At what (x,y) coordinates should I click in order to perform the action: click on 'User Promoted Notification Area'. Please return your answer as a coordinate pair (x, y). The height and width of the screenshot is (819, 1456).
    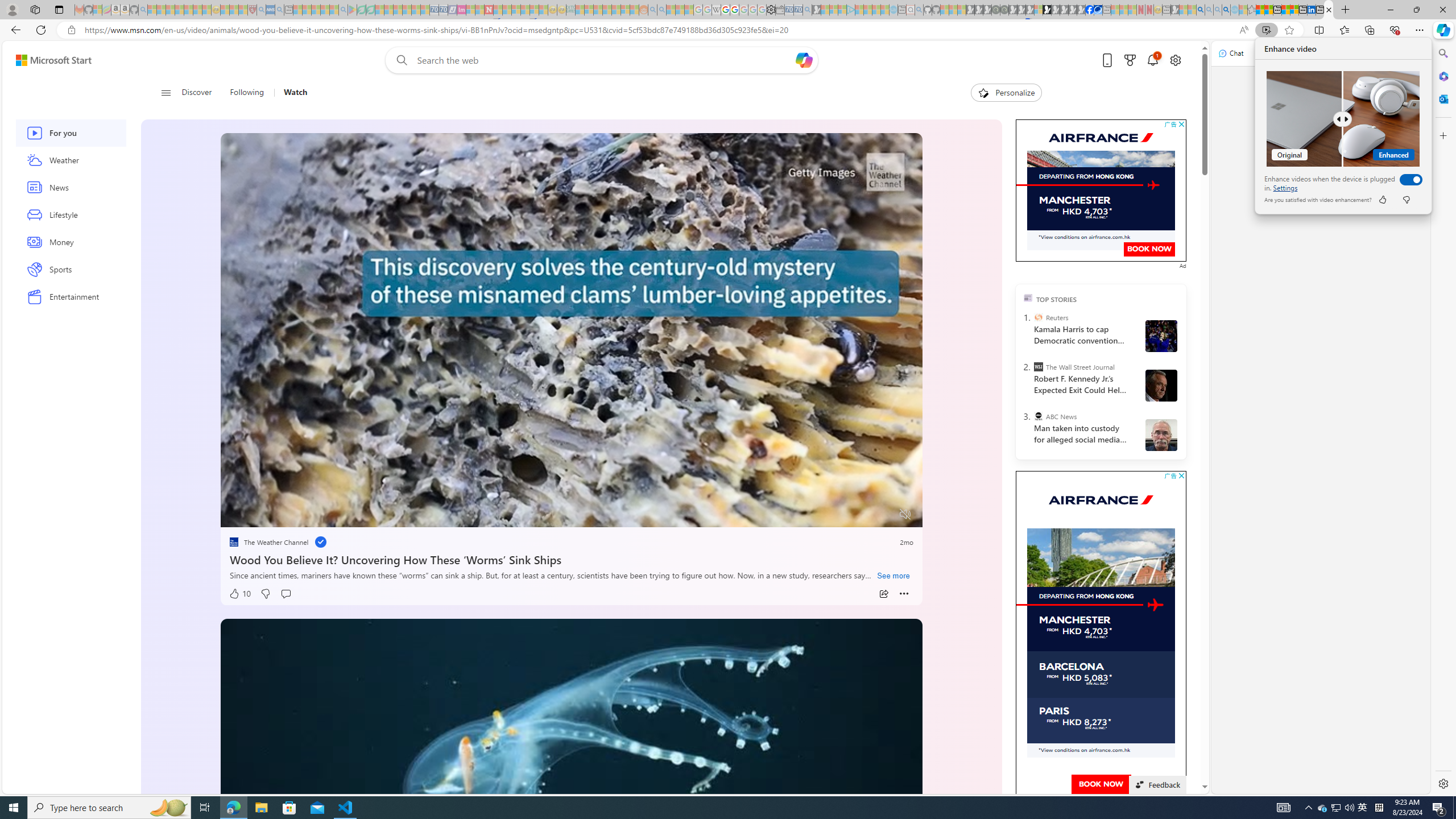
    Looking at the image, I should click on (1336, 806).